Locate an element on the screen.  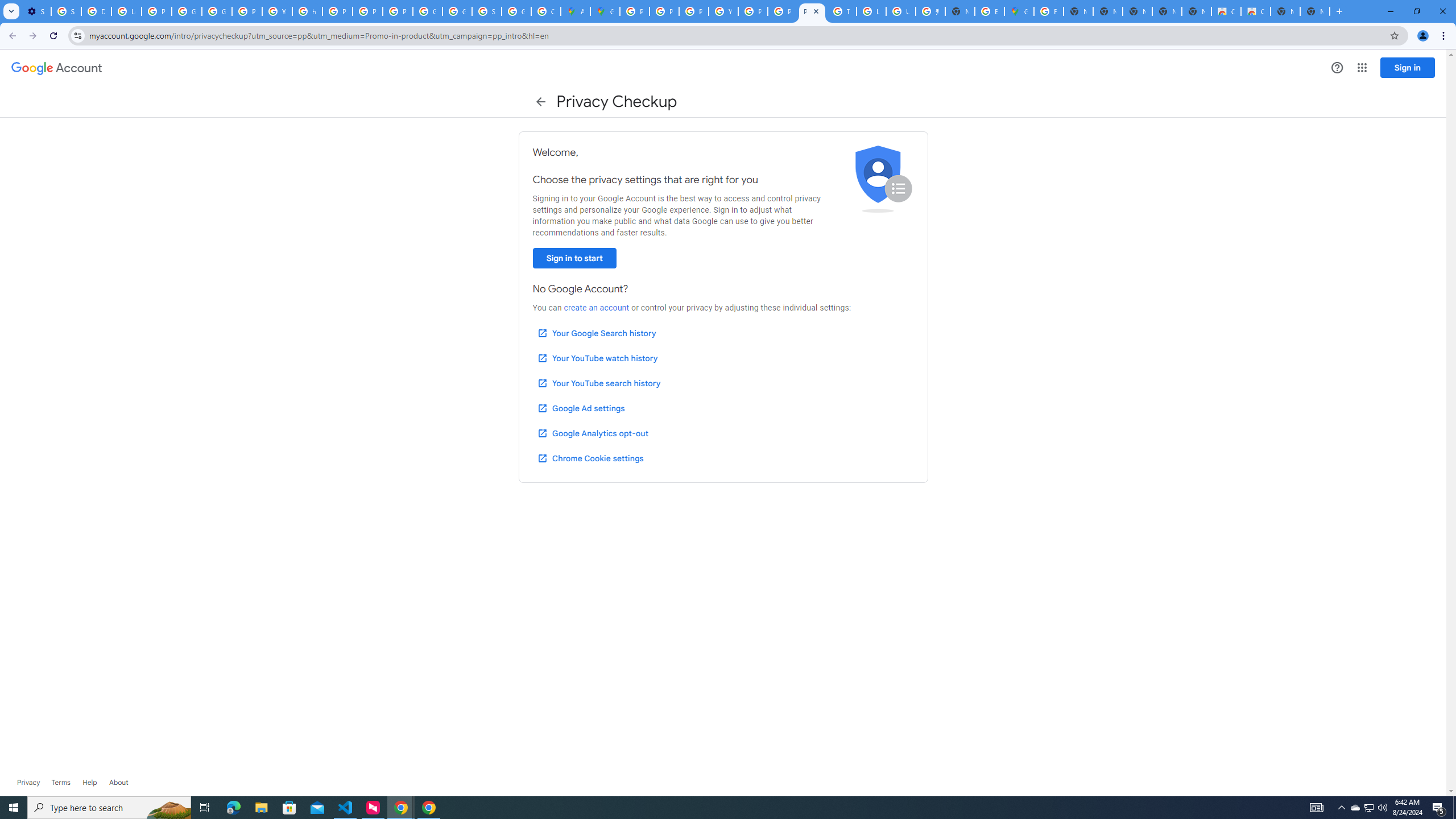
'Tips & tricks for Chrome - Google Chrome Help' is located at coordinates (841, 11).